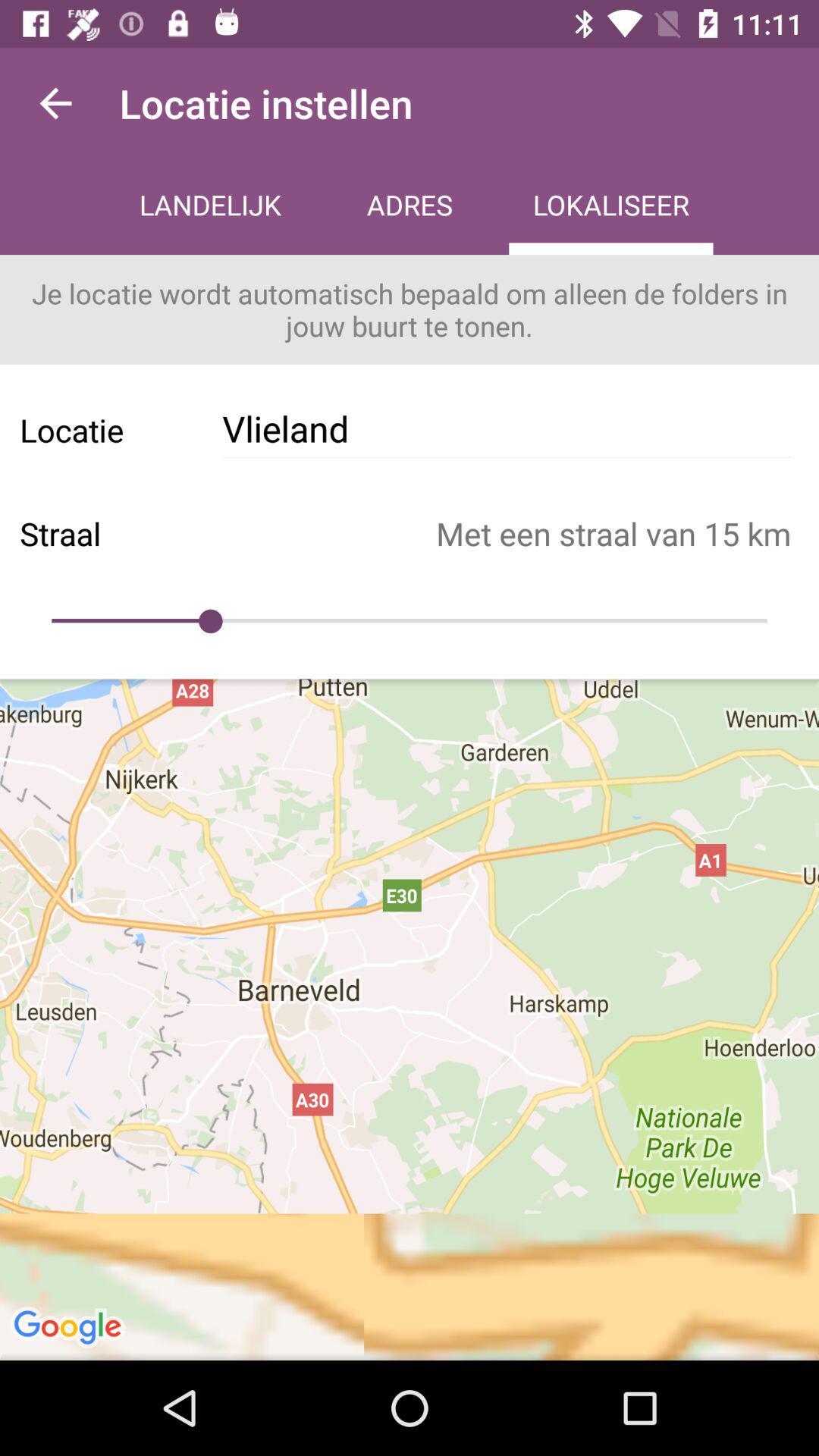 The width and height of the screenshot is (819, 1456). What do you see at coordinates (610, 206) in the screenshot?
I see `icon next to the adres` at bounding box center [610, 206].